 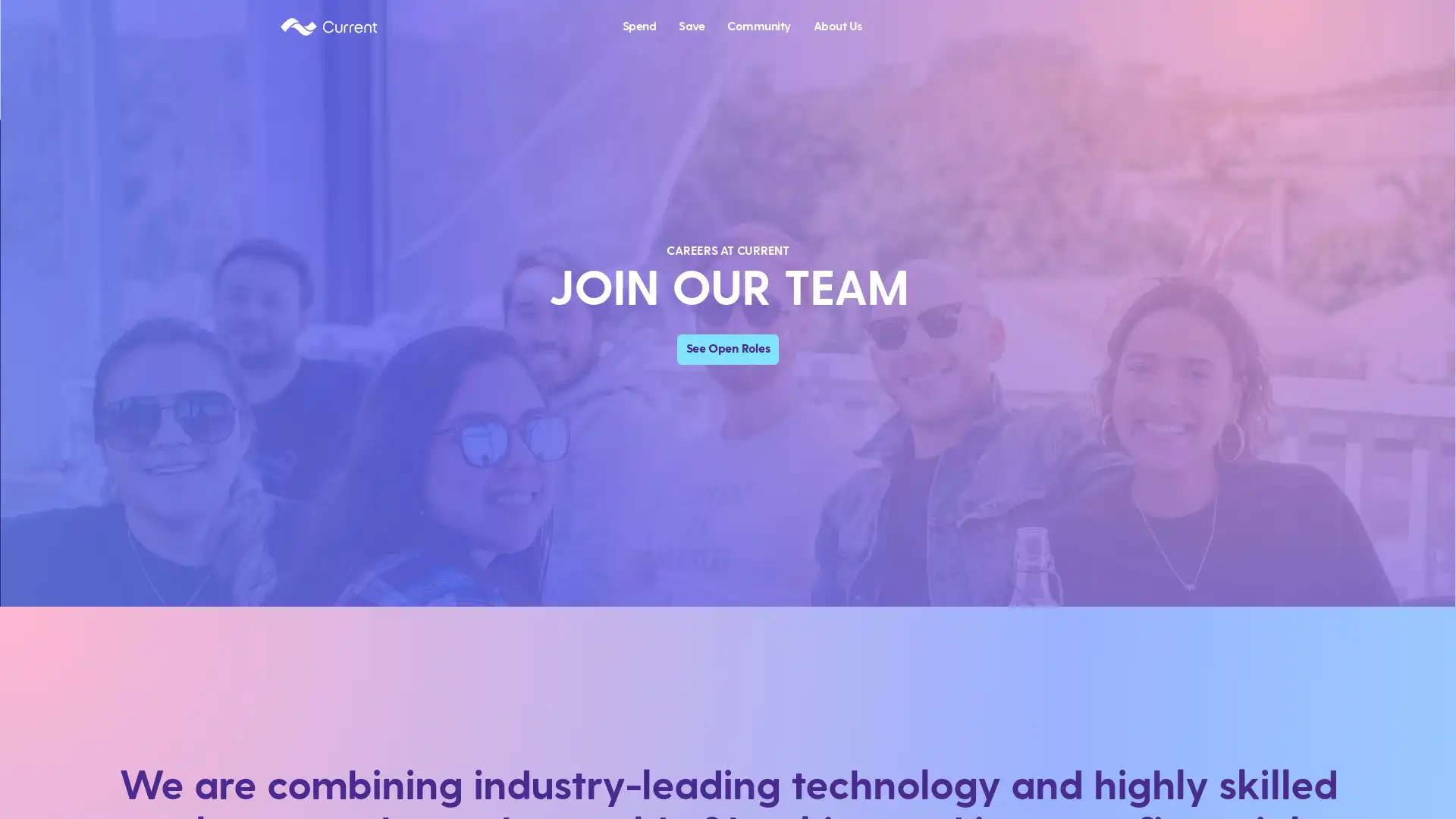 I want to click on Current logo, so click(x=328, y=25).